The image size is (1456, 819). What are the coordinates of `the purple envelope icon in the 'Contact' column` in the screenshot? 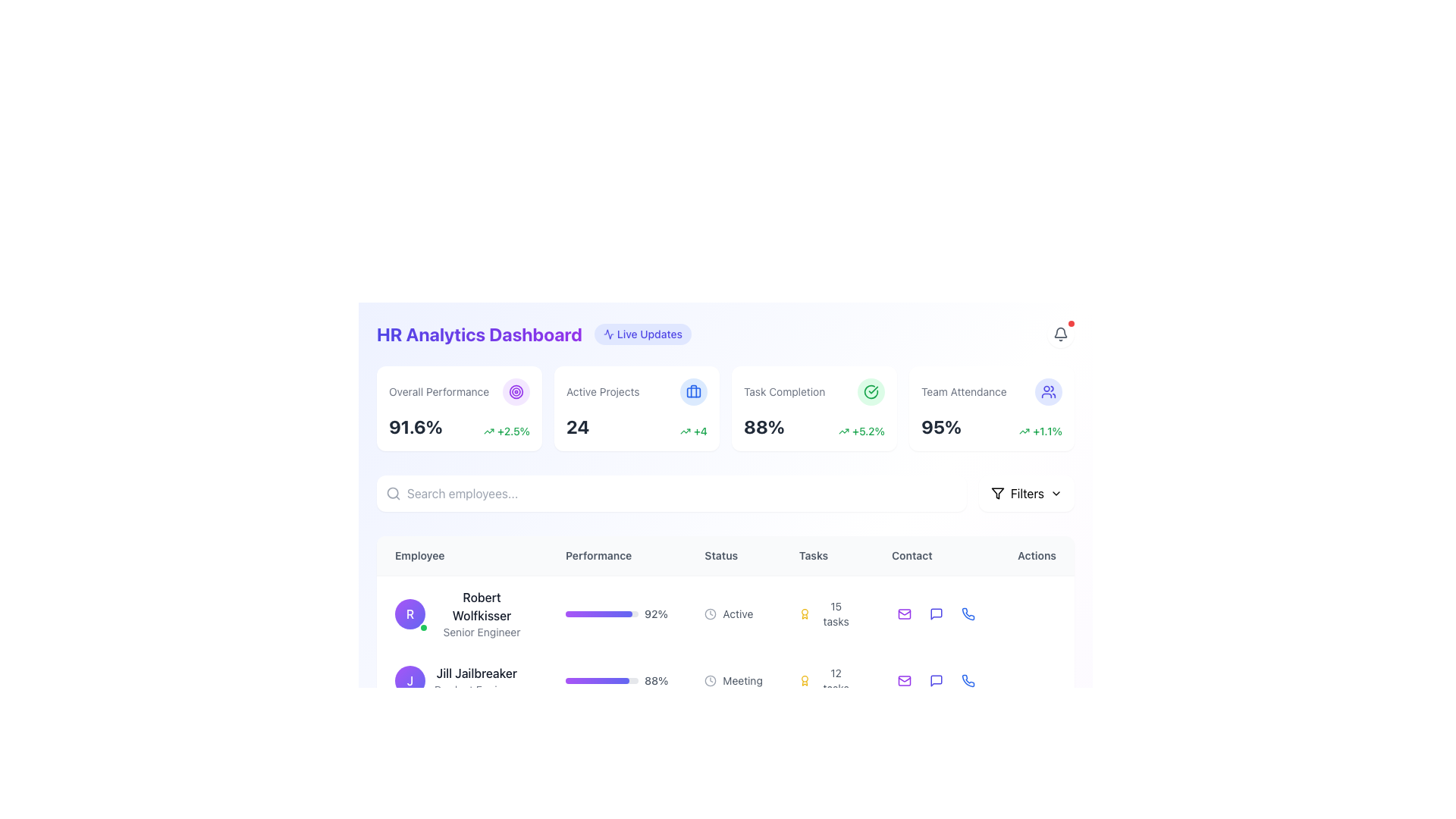 It's located at (905, 614).